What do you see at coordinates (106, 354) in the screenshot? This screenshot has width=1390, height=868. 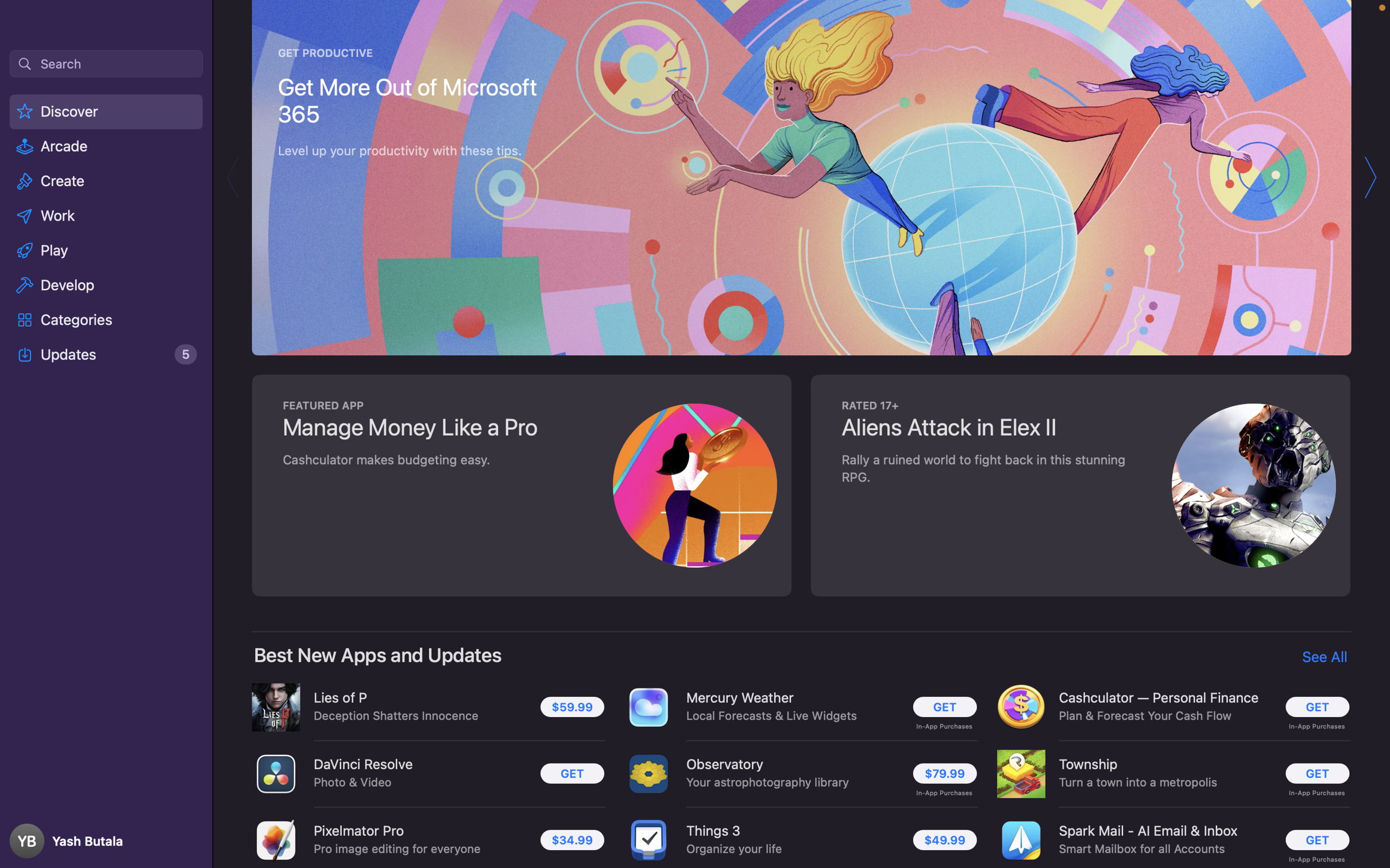 I see `the "Updates" option on the screen and click it` at bounding box center [106, 354].